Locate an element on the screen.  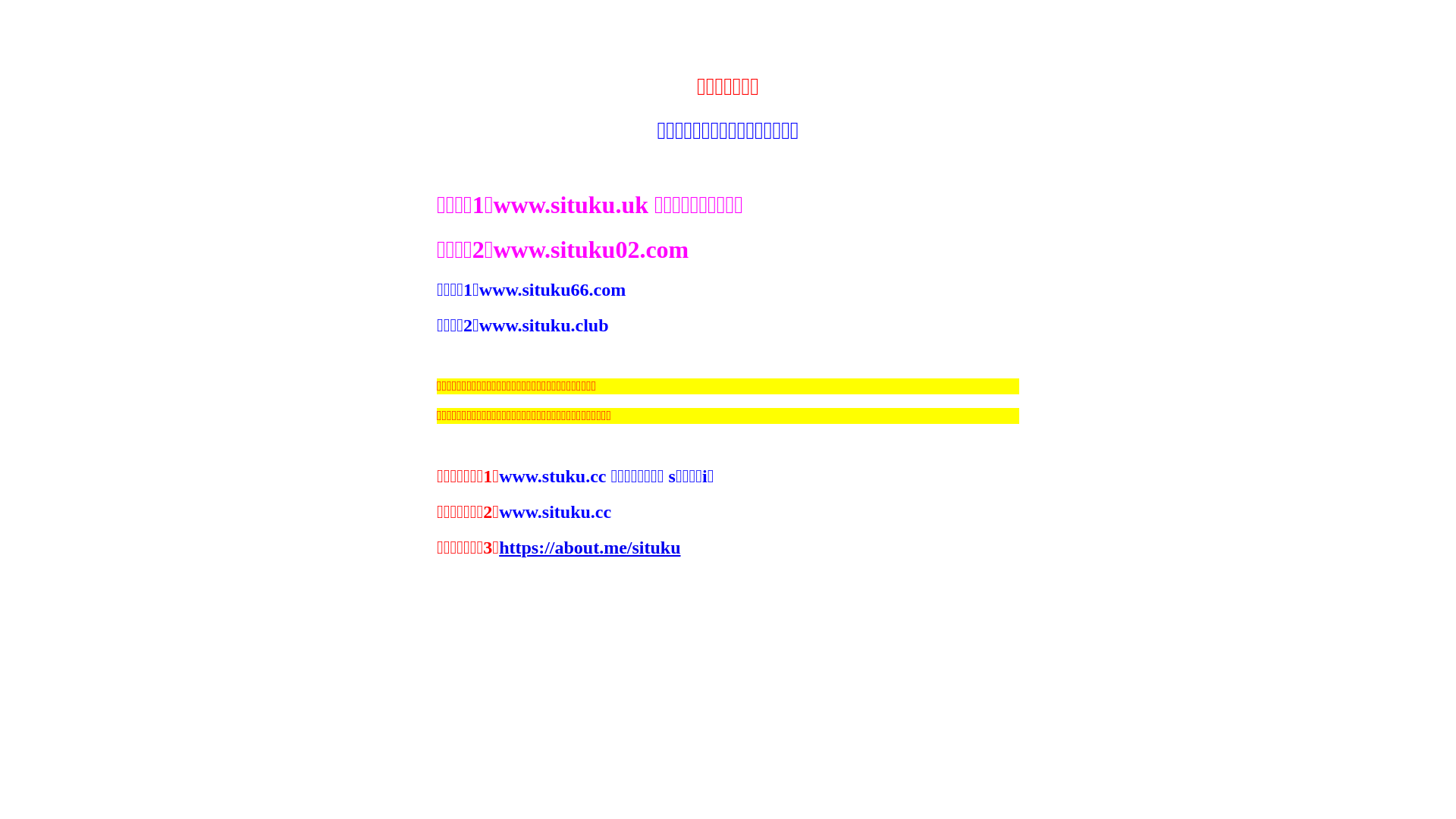
'https://about.me/situku' is located at coordinates (588, 547).